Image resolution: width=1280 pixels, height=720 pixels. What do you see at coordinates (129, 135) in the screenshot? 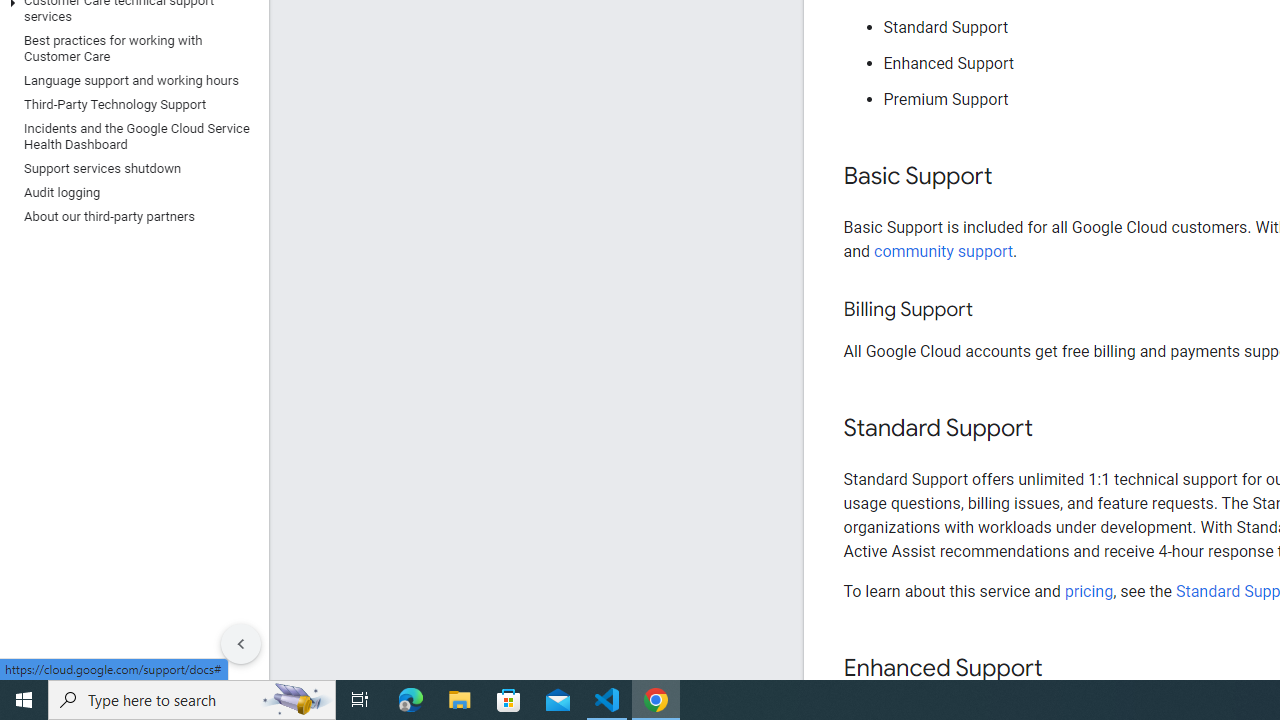
I see `'Incidents and the Google Cloud Service Health Dashboard'` at bounding box center [129, 135].